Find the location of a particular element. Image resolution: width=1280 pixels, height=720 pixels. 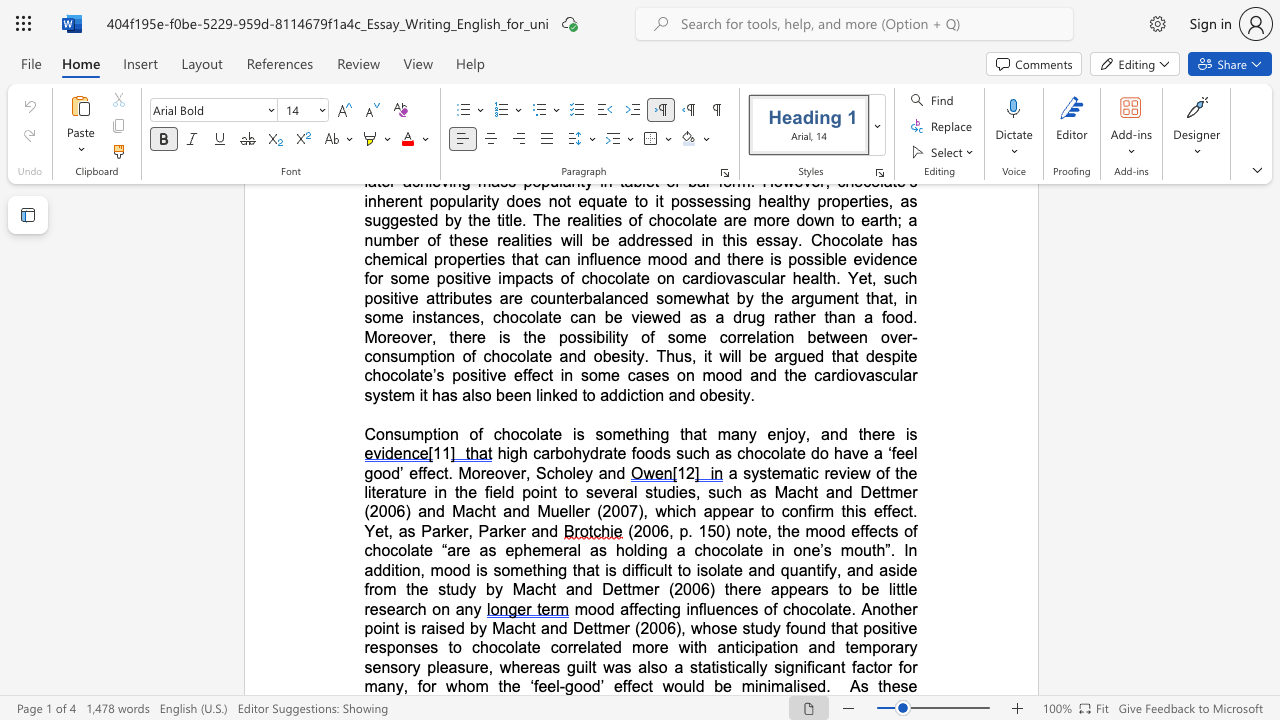

the subset text "y significant factor for many, for whom the ‘feel-good’ effect would b" within the text "guilt was also a statistically significant factor for many, for whom the ‘feel-good’ effect would be min" is located at coordinates (758, 667).